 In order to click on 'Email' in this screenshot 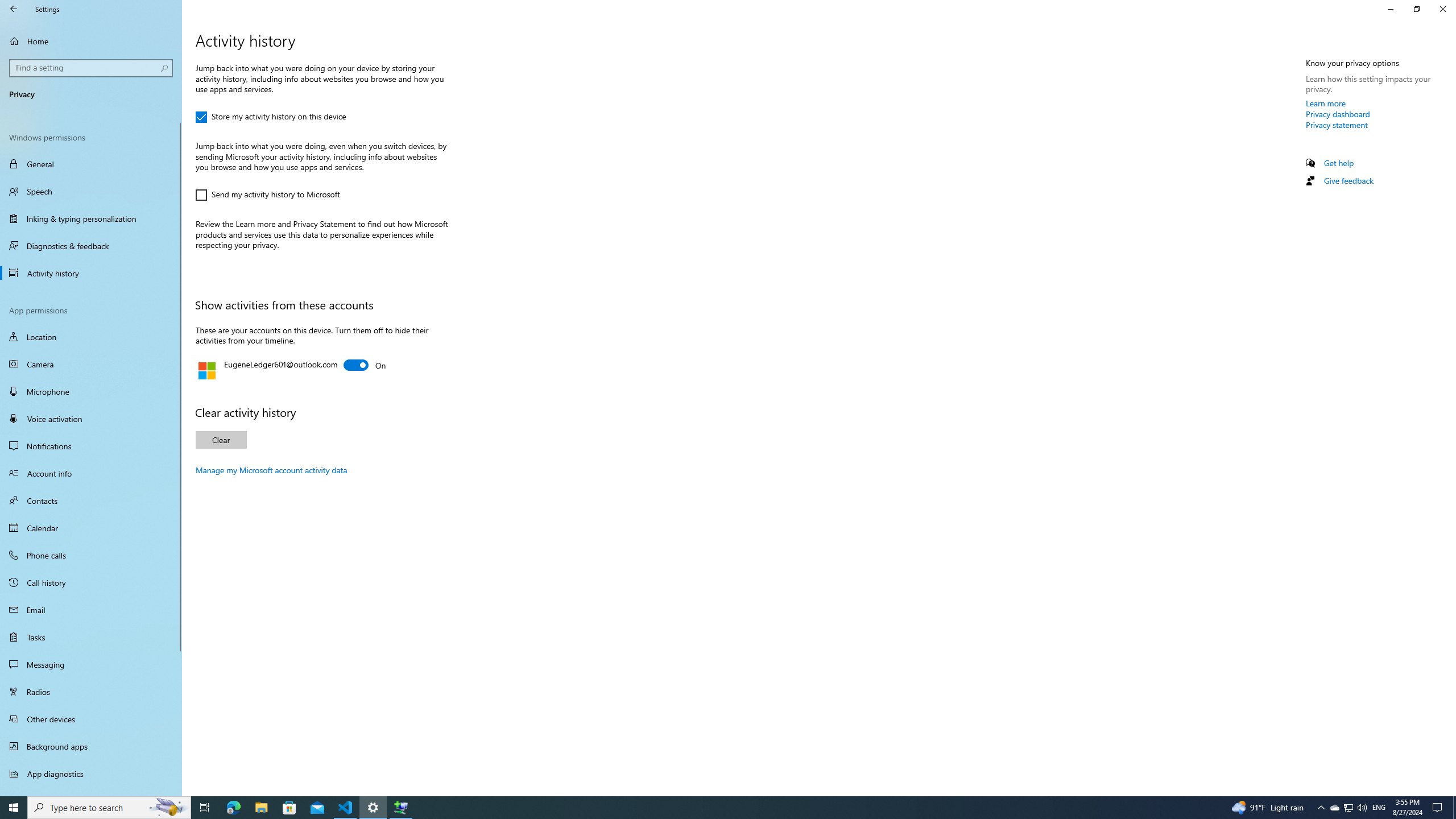, I will do `click(90, 610)`.